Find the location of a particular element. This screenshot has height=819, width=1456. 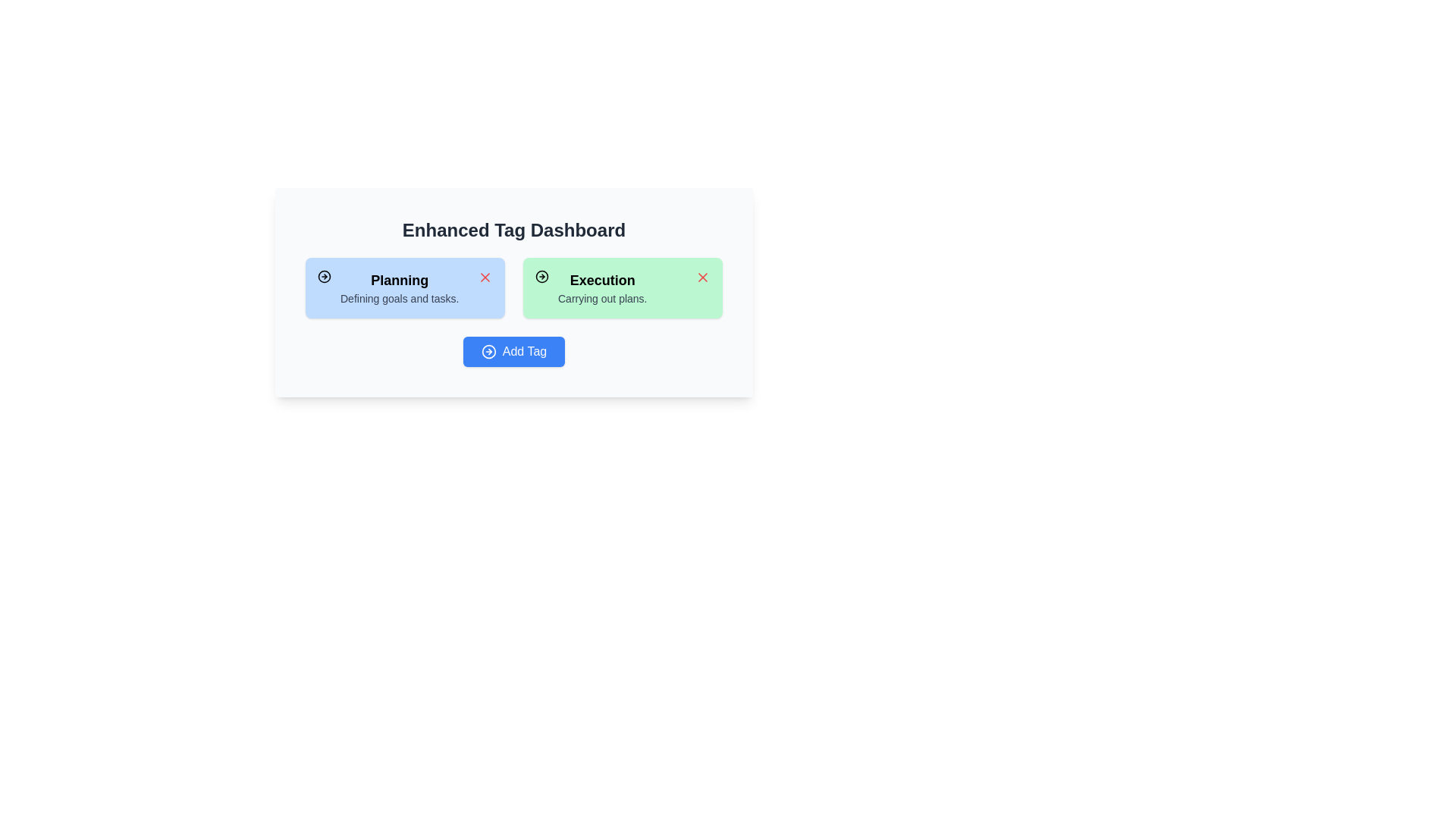

the Tag displaying the text 'Execution' in bold with the description 'Carrying out plans.' underneath is located at coordinates (601, 288).